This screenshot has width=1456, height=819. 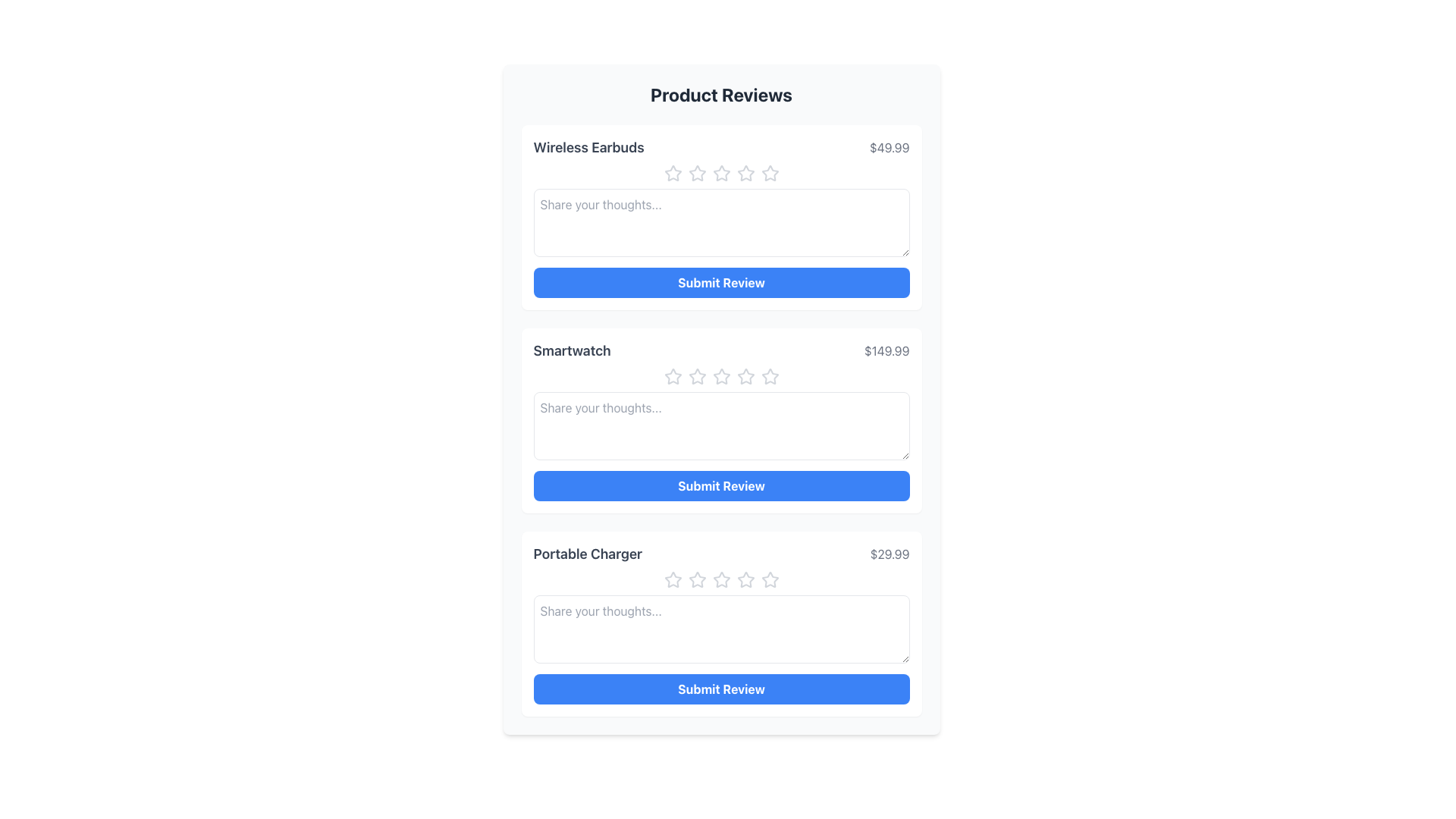 What do you see at coordinates (672, 579) in the screenshot?
I see `the first gray, outlined star icon in the rating section for the product 'Portable Charger'` at bounding box center [672, 579].